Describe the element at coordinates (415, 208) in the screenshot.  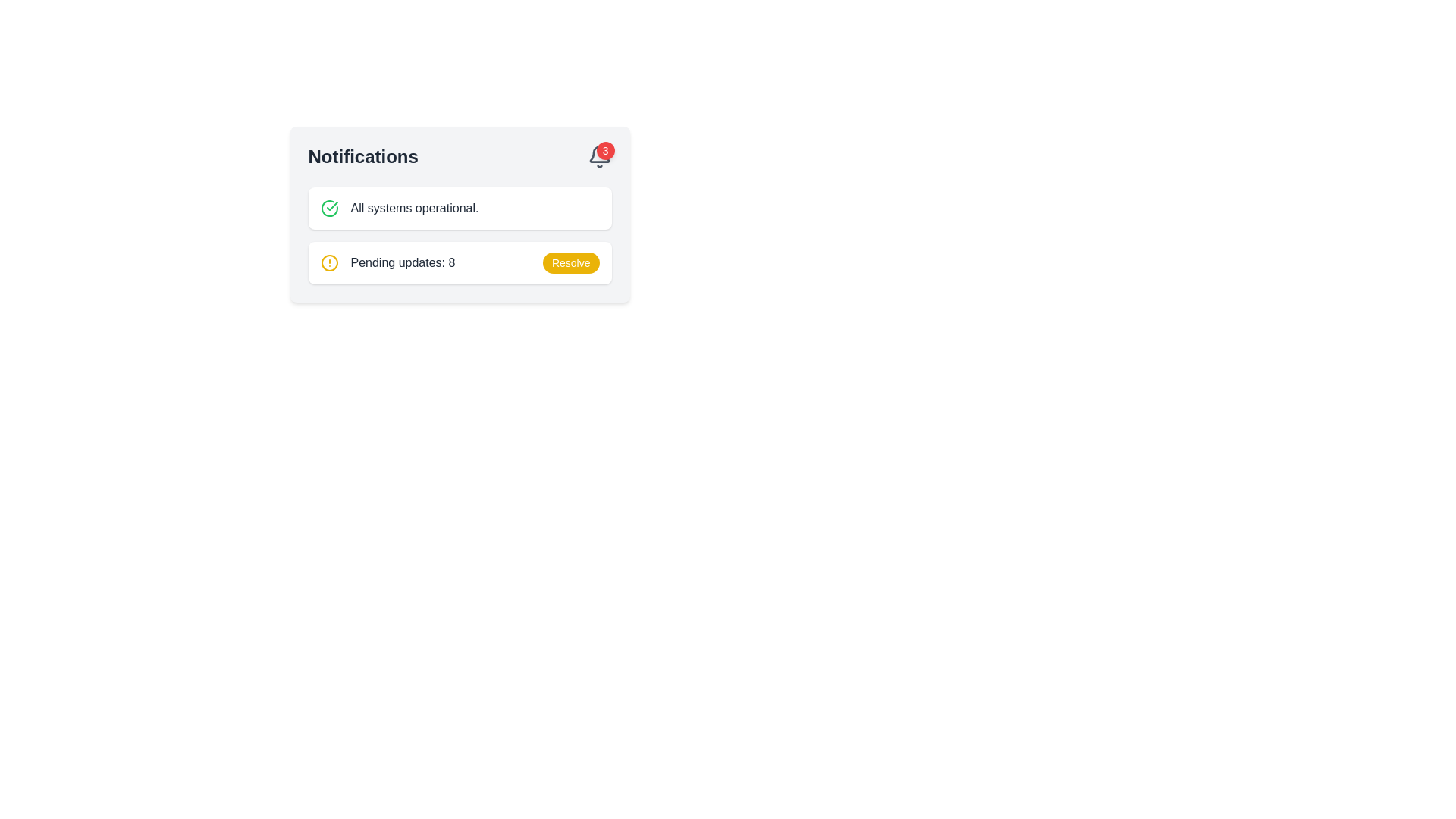
I see `status text displayed in the first notification card indicating that all systems are functioning properly, located next to a green checkmark icon` at that location.